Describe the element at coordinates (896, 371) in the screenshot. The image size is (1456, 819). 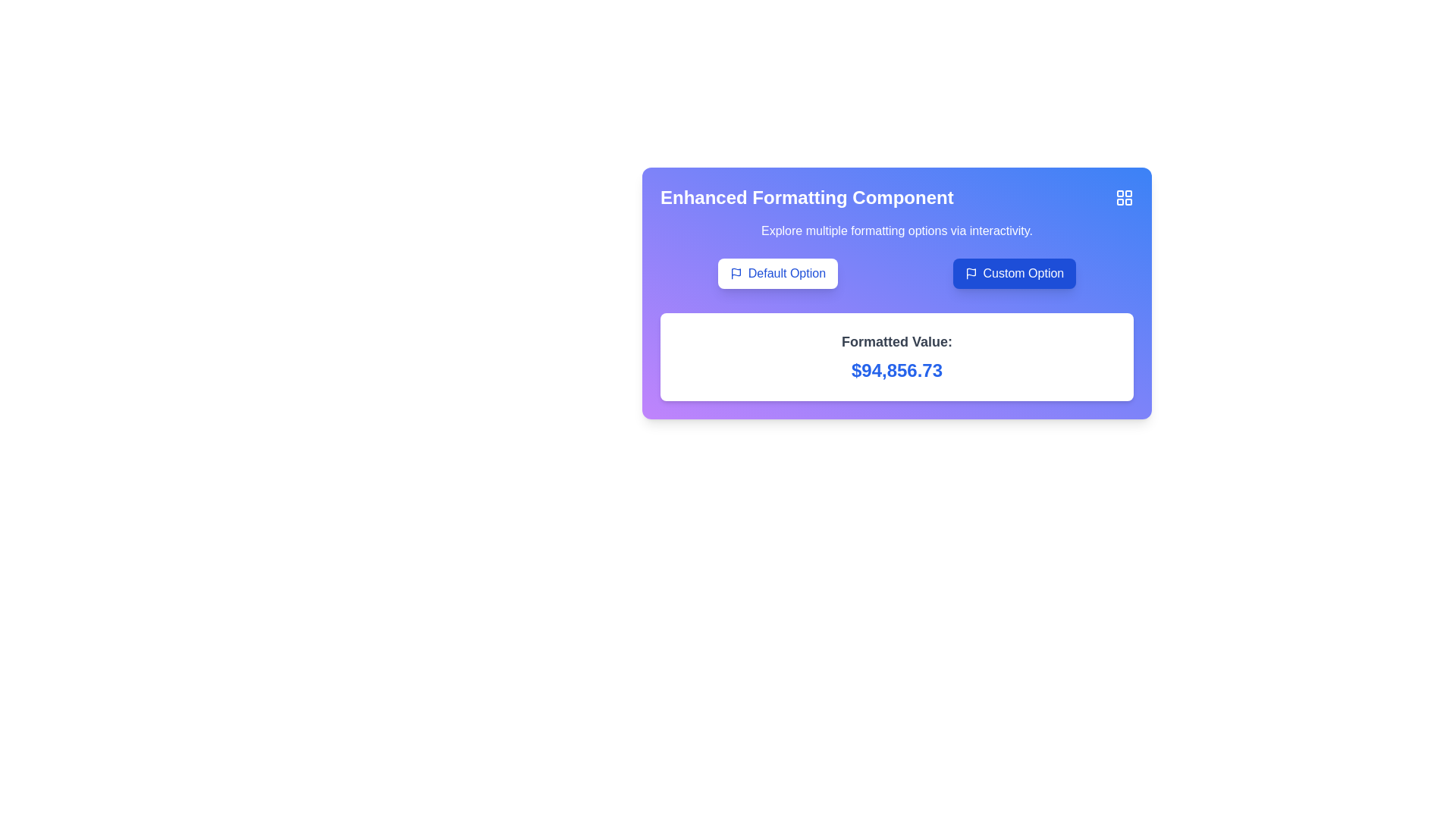
I see `the static text displaying the formatted monetary value located beneath the label 'Formatted Value' in the lower section of the card-like component` at that location.